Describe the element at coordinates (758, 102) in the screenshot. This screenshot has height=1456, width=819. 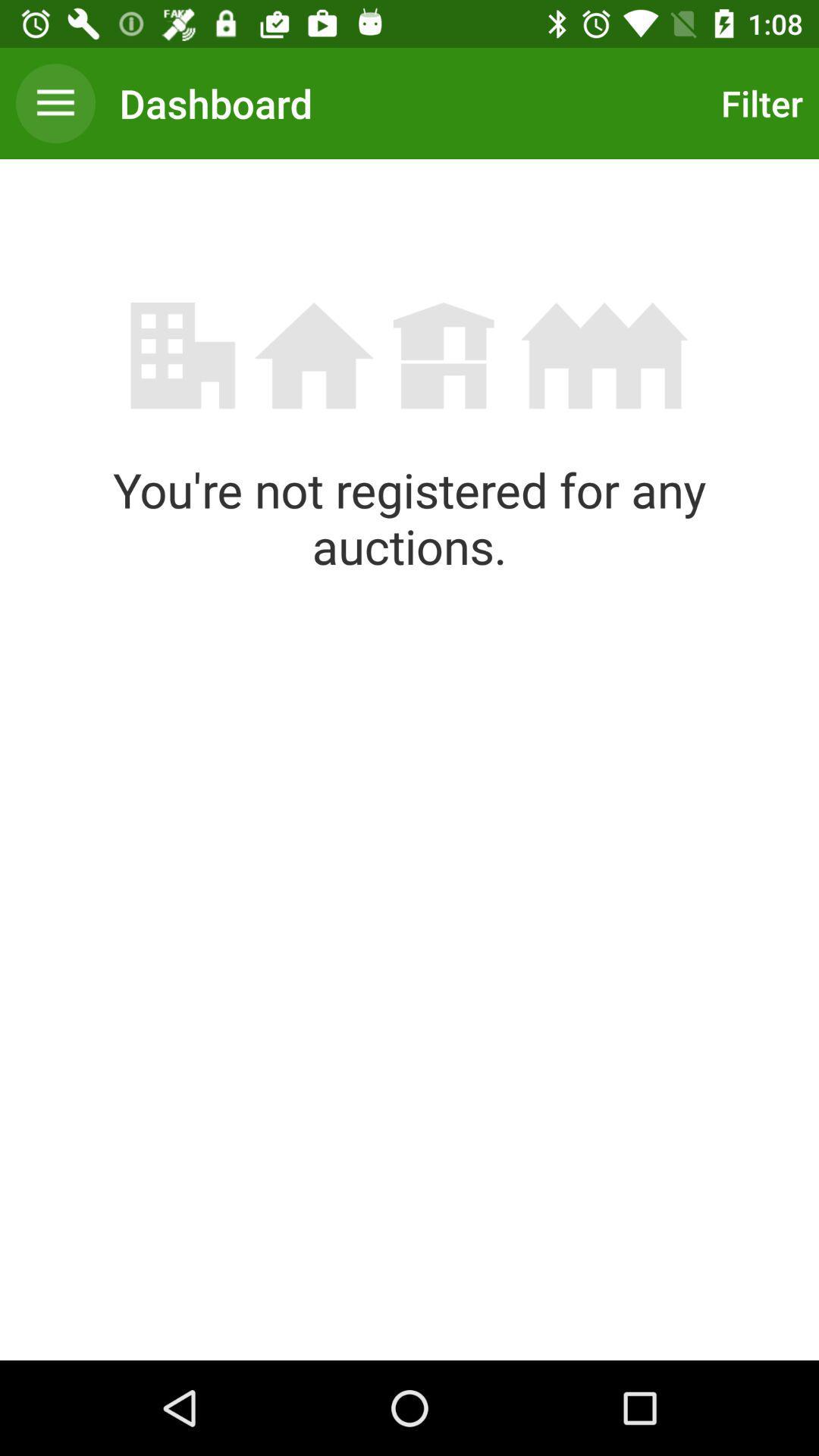
I see `filter` at that location.